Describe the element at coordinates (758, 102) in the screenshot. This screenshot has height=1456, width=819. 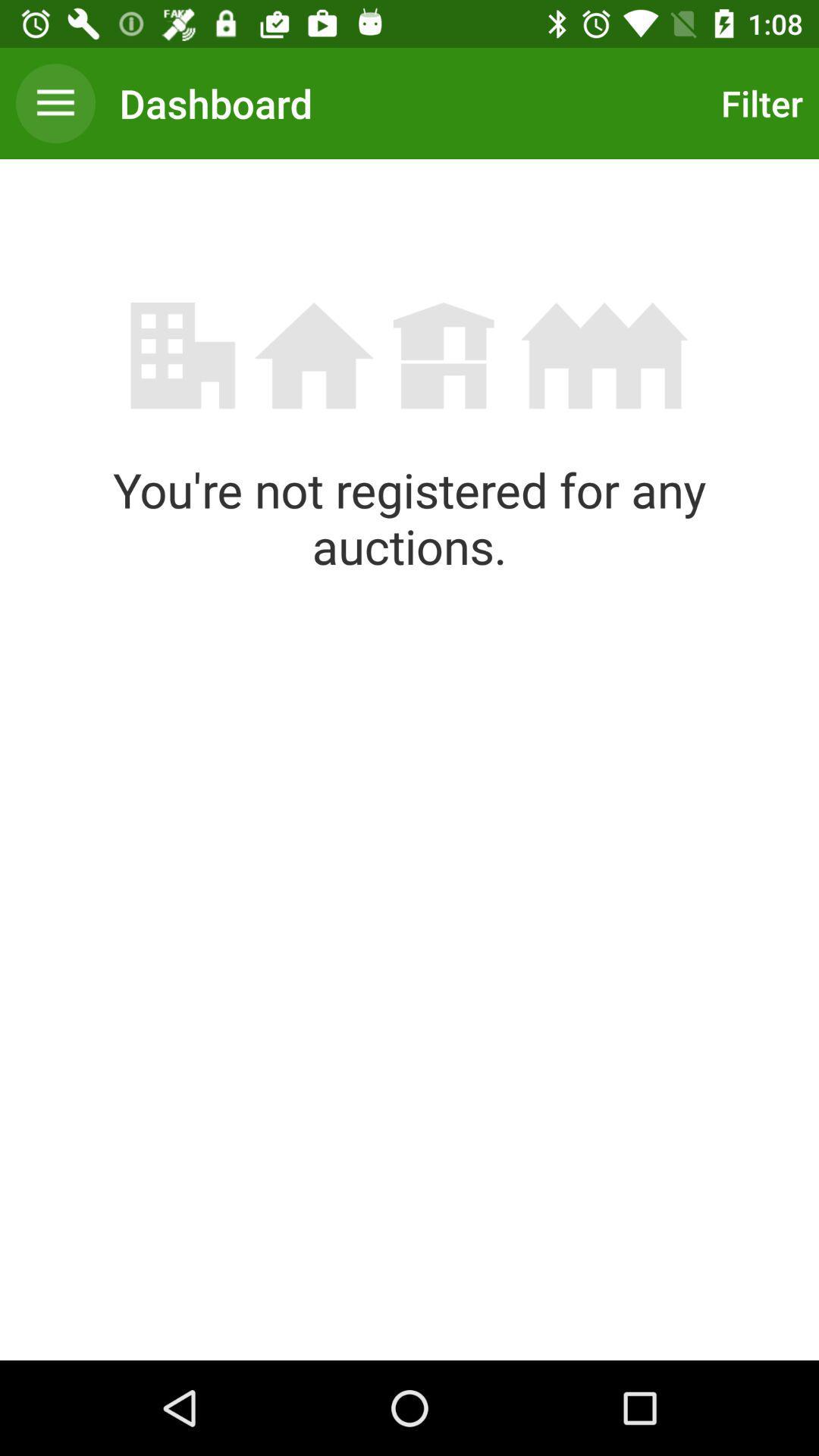
I see `filter` at that location.